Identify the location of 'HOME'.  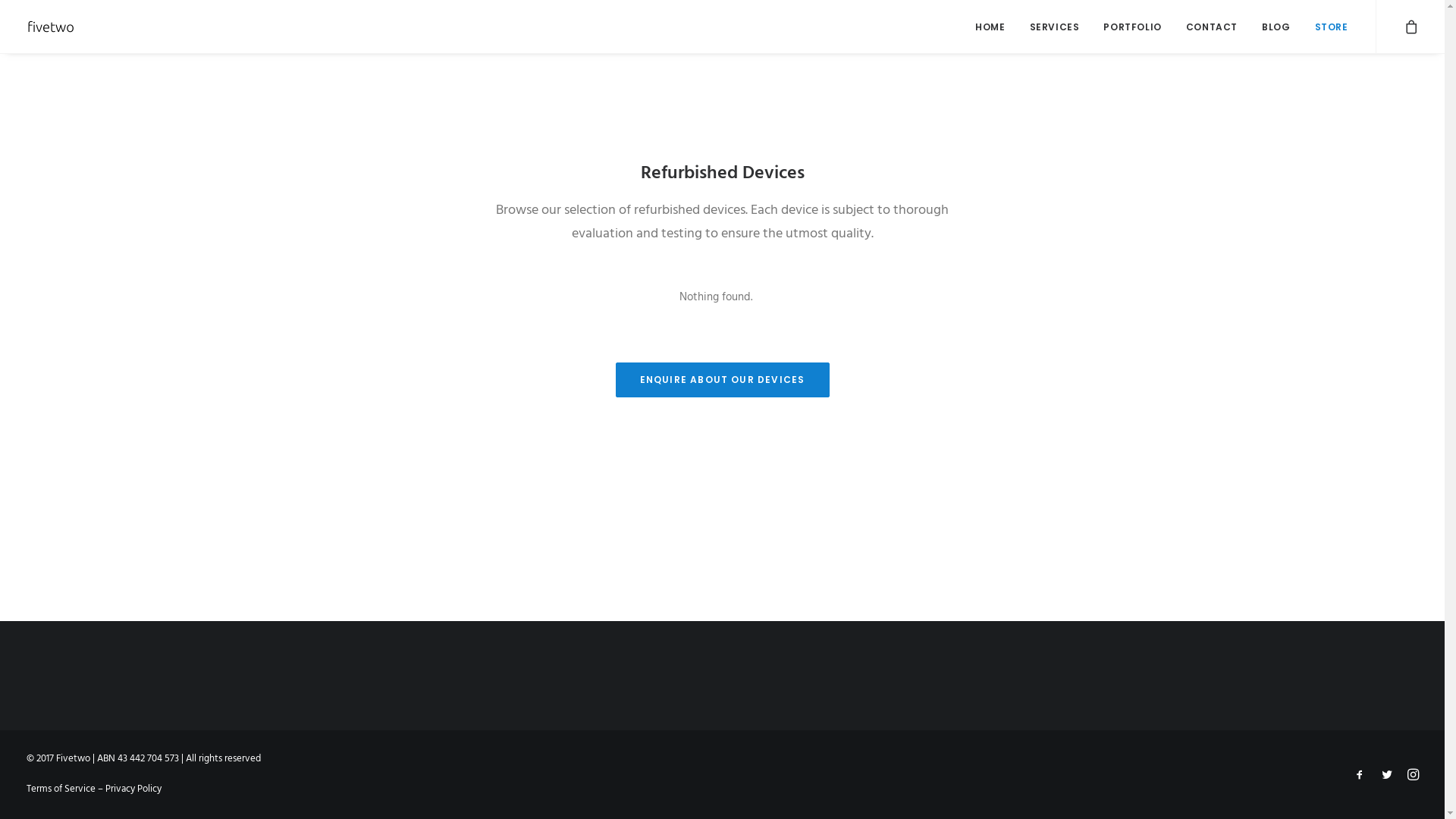
(964, 26).